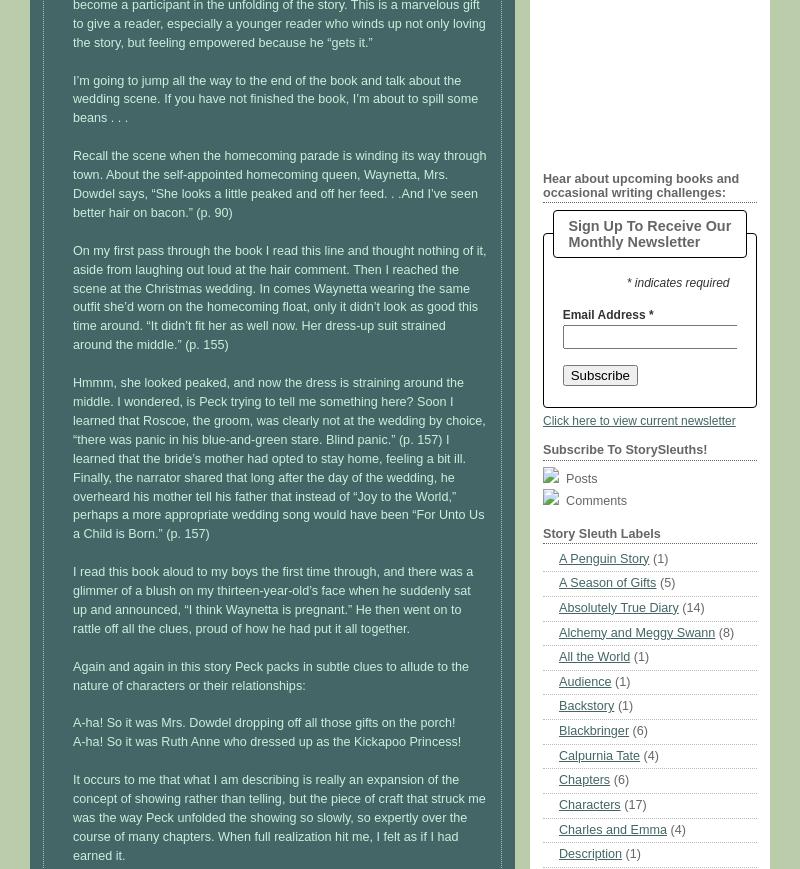 This screenshot has width=800, height=869. Describe the element at coordinates (604, 557) in the screenshot. I see `'A Penguin Story'` at that location.